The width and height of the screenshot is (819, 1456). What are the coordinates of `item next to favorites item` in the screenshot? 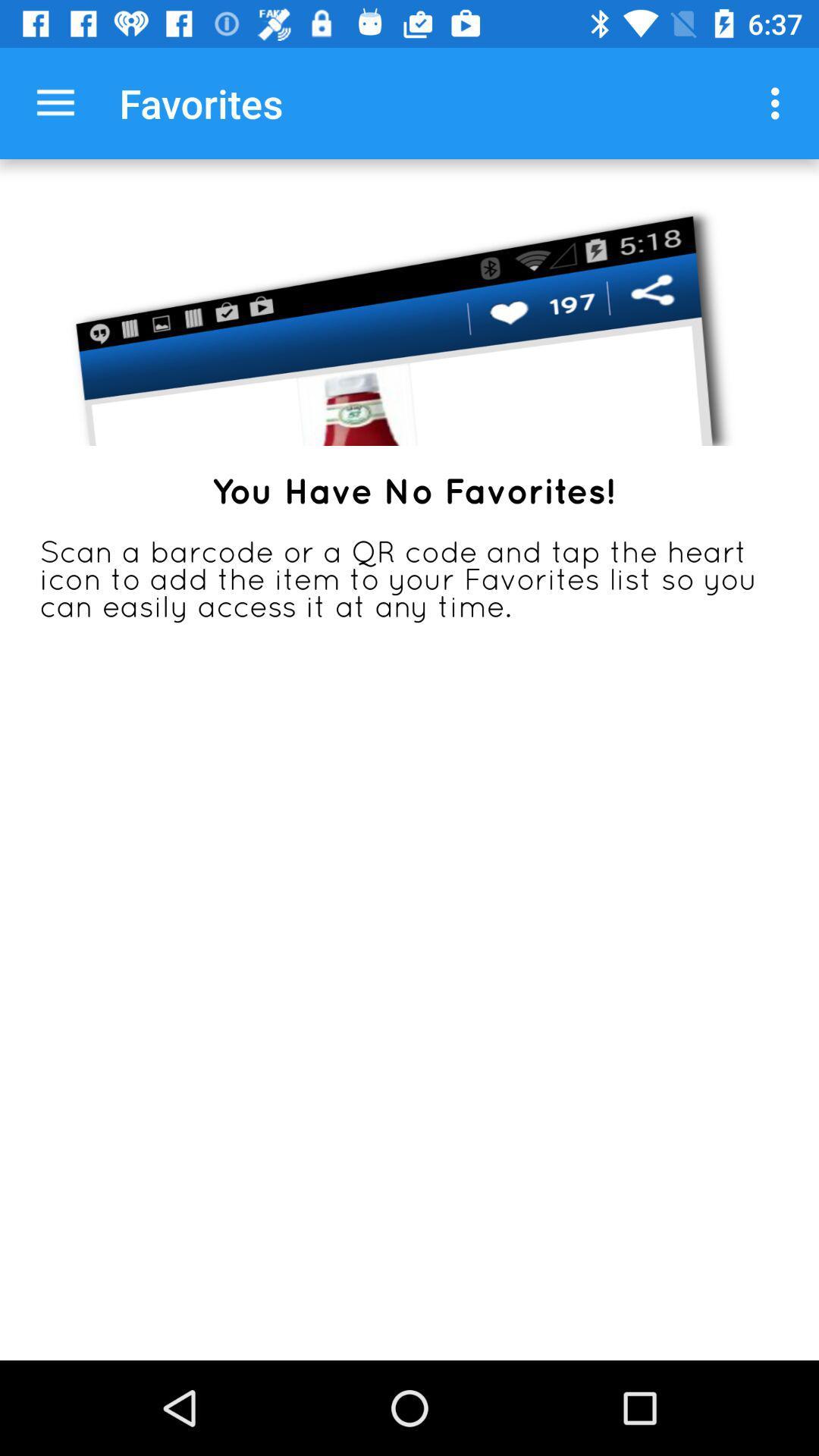 It's located at (779, 102).